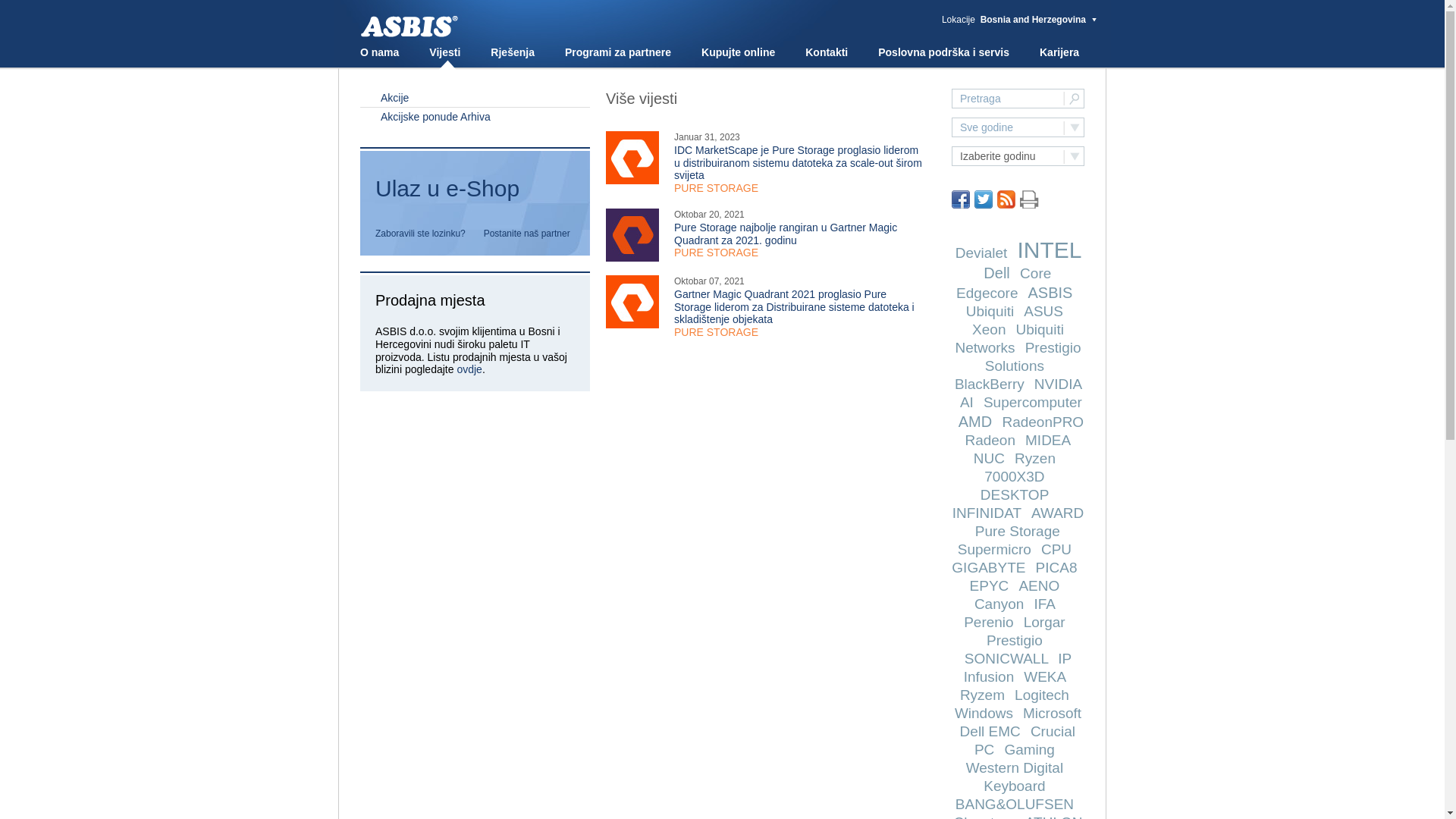 The height and width of the screenshot is (819, 1456). What do you see at coordinates (474, 115) in the screenshot?
I see `'Akcijske ponude Arhiva'` at bounding box center [474, 115].